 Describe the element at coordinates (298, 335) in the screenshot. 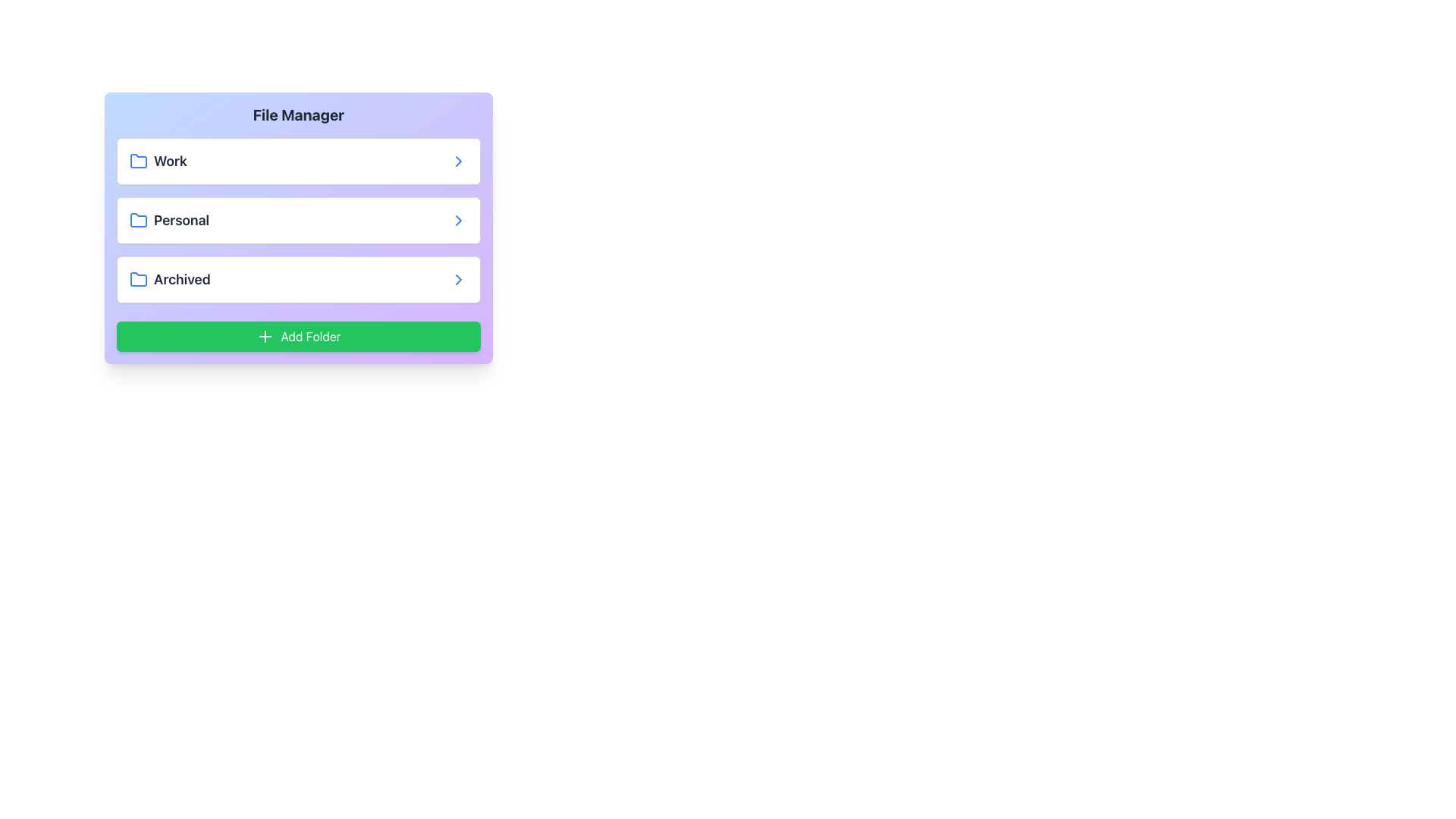

I see `the button that adds a new folder, located at the bottom of a card containing folder items labeled 'Work', 'Personal', and 'Archived'` at that location.